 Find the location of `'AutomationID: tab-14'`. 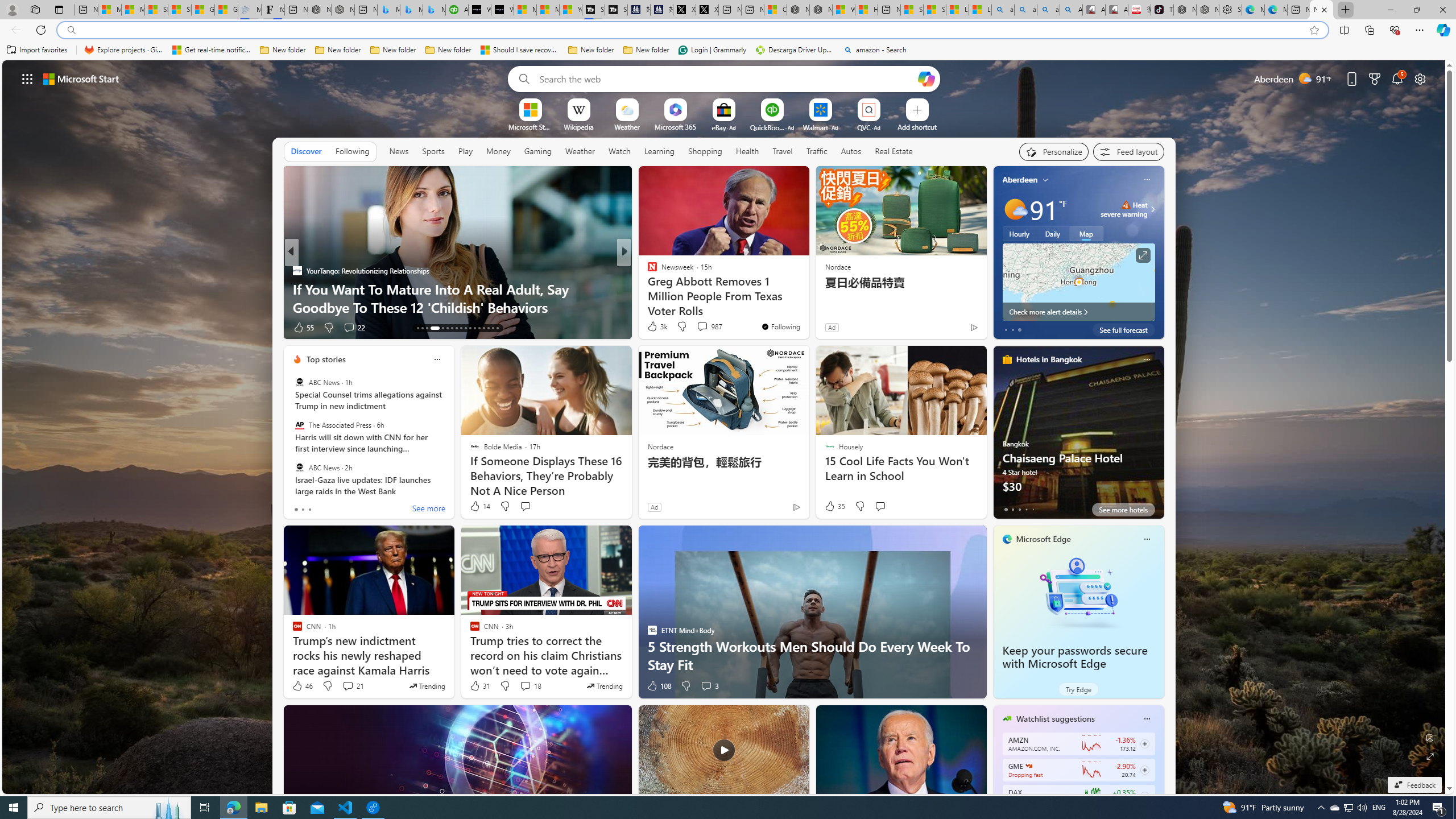

'AutomationID: tab-14' is located at coordinates (421, 328).